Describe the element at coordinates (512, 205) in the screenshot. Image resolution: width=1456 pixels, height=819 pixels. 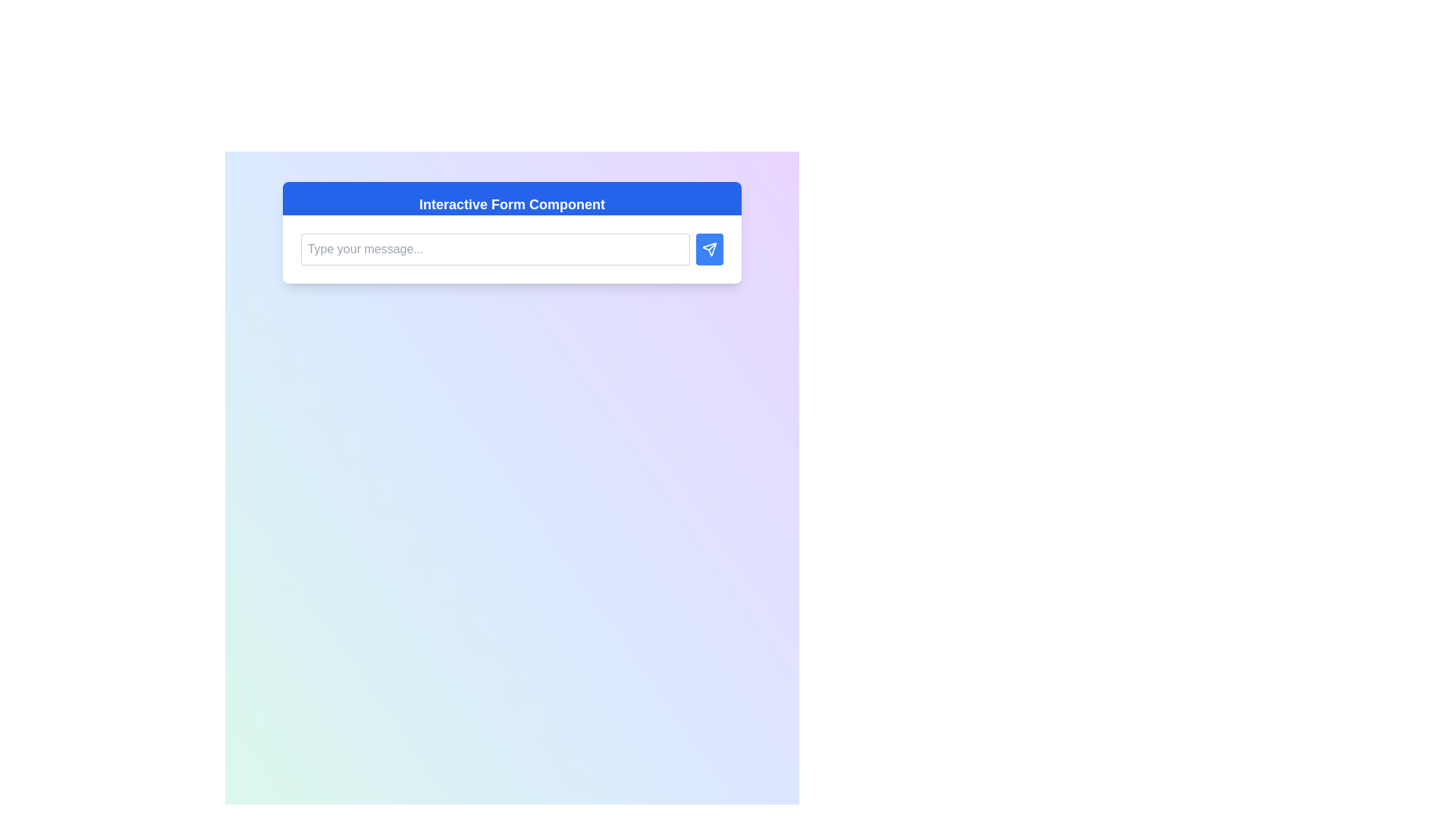
I see `text from the bold, white 'Interactive Form Component' label which is centered in a vivid blue background at the top section of the form component` at that location.